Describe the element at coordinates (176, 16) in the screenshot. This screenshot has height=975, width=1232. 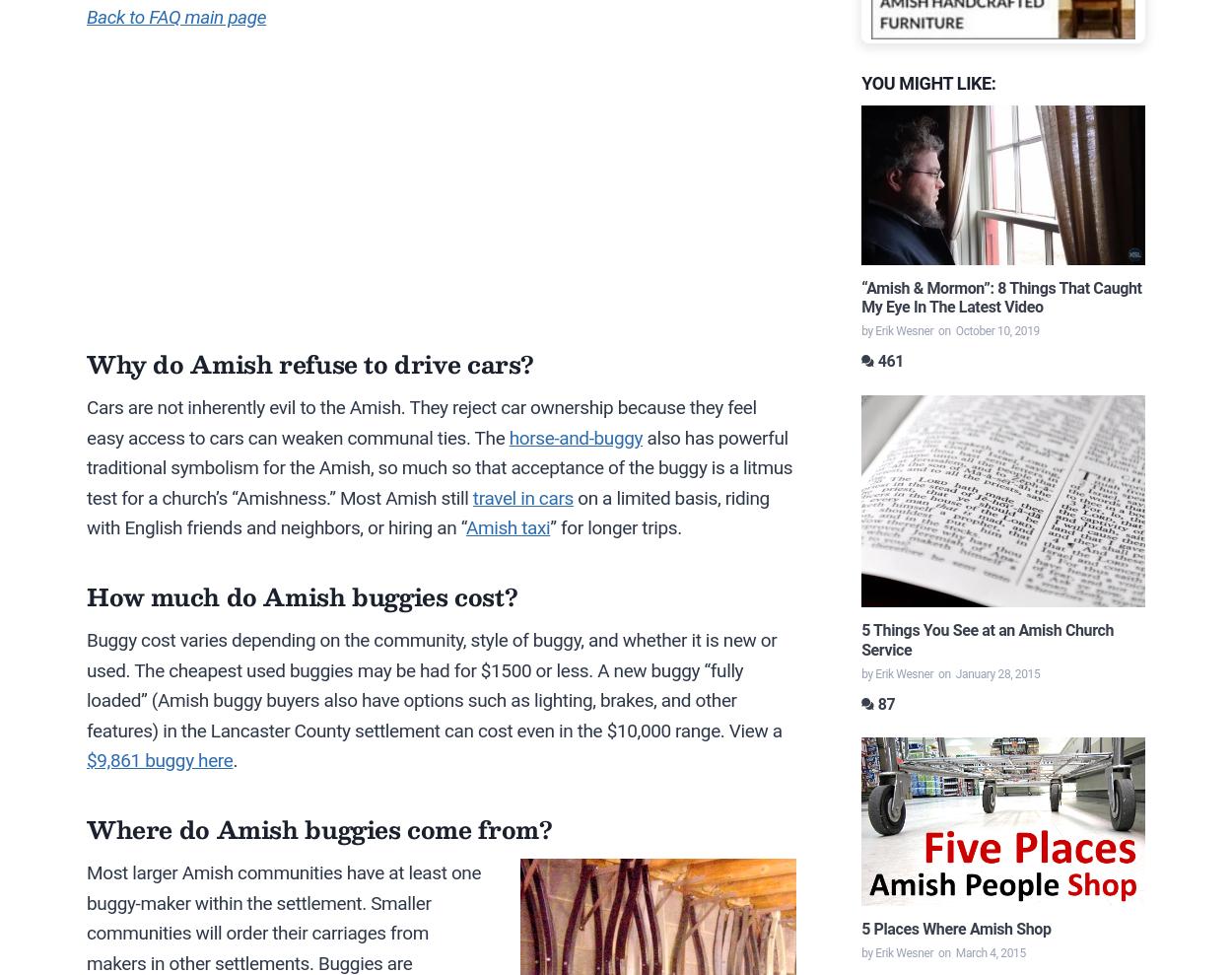
I see `'Back to FAQ main page'` at that location.